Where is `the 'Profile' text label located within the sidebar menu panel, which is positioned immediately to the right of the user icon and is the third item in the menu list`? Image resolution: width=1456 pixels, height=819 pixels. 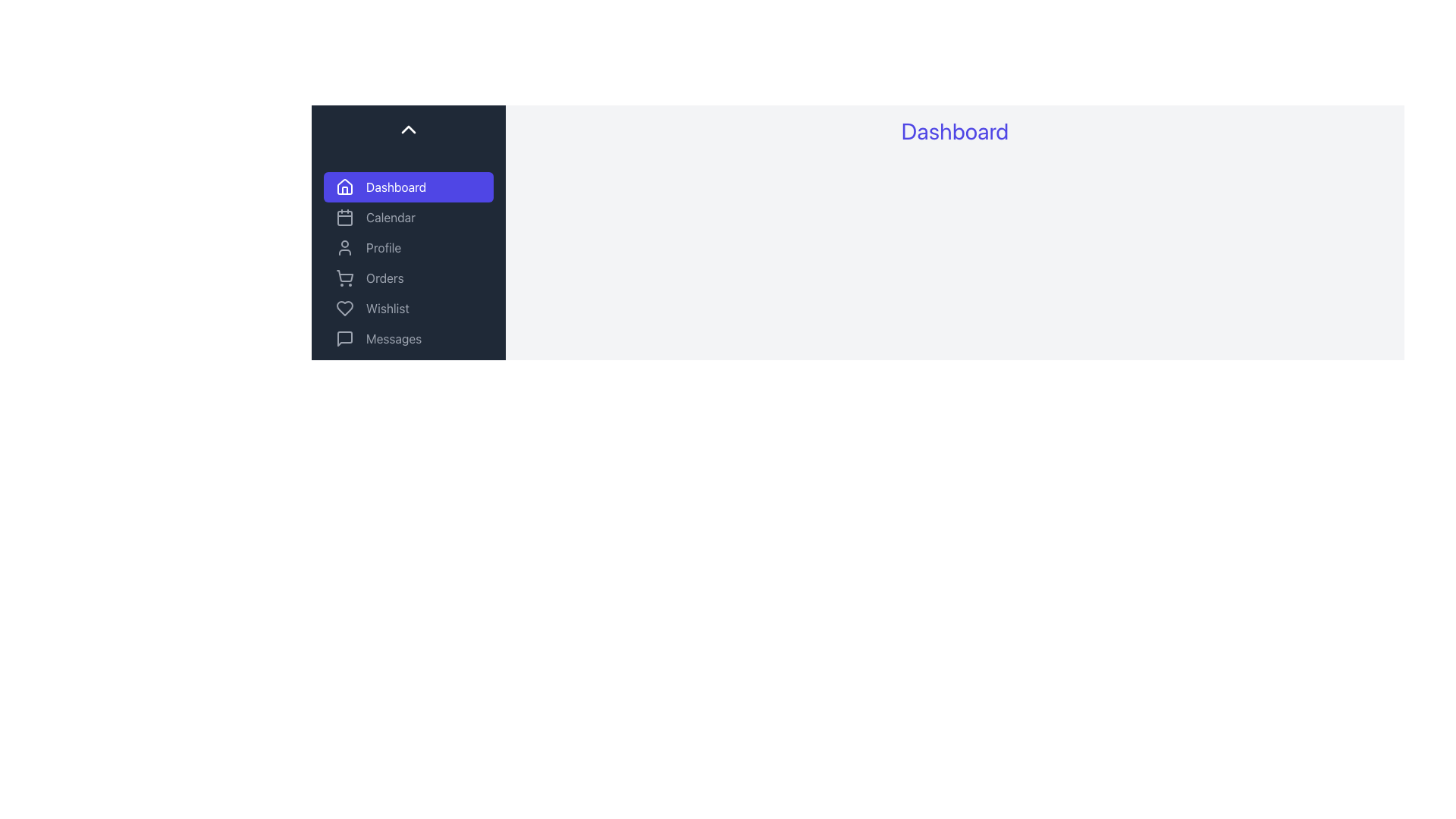
the 'Profile' text label located within the sidebar menu panel, which is positioned immediately to the right of the user icon and is the third item in the menu list is located at coordinates (384, 247).